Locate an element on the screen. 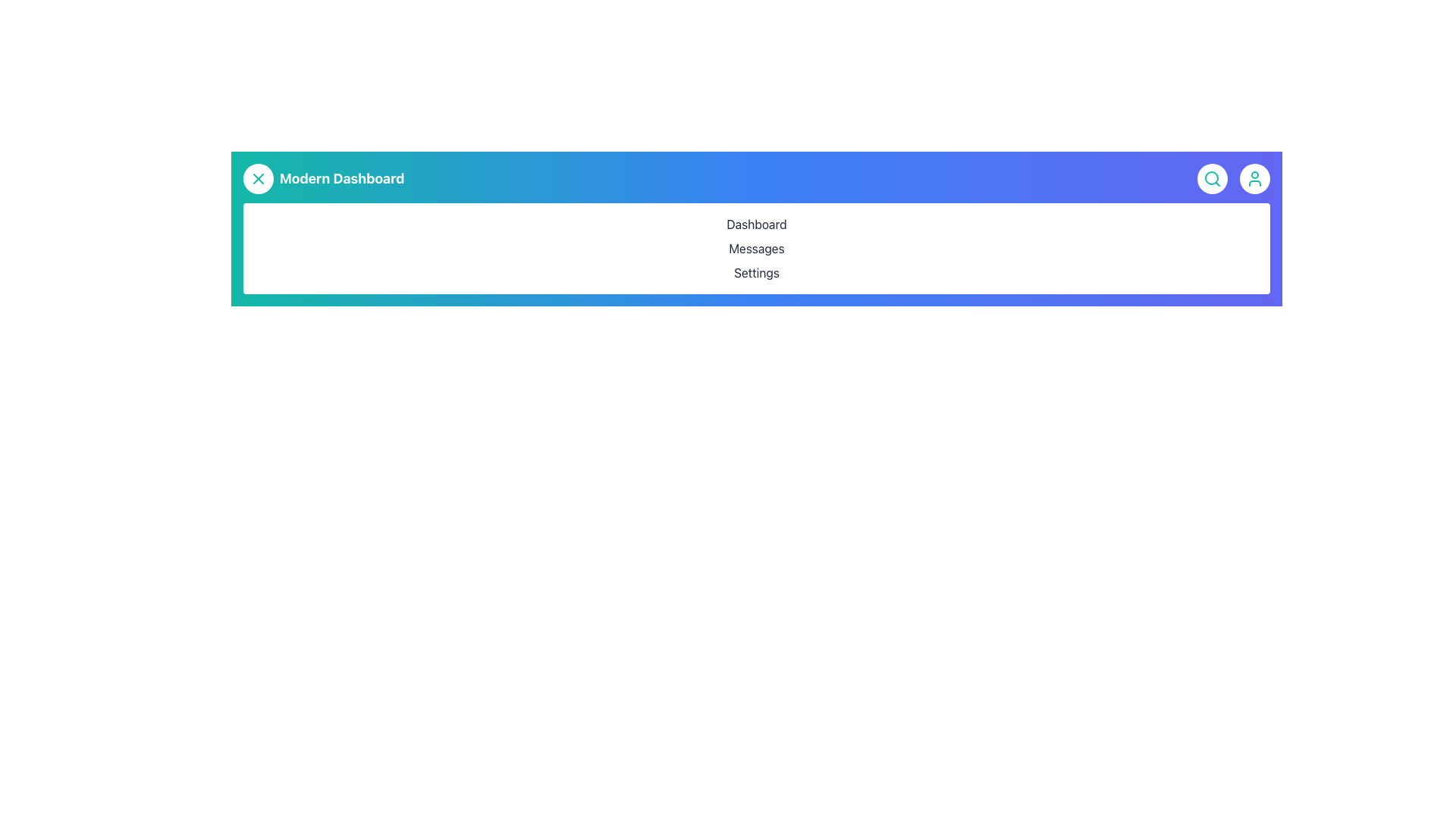 The height and width of the screenshot is (819, 1456). the text label displaying the title 'Modern Dashboard' located in the blue gradient header is located at coordinates (341, 177).